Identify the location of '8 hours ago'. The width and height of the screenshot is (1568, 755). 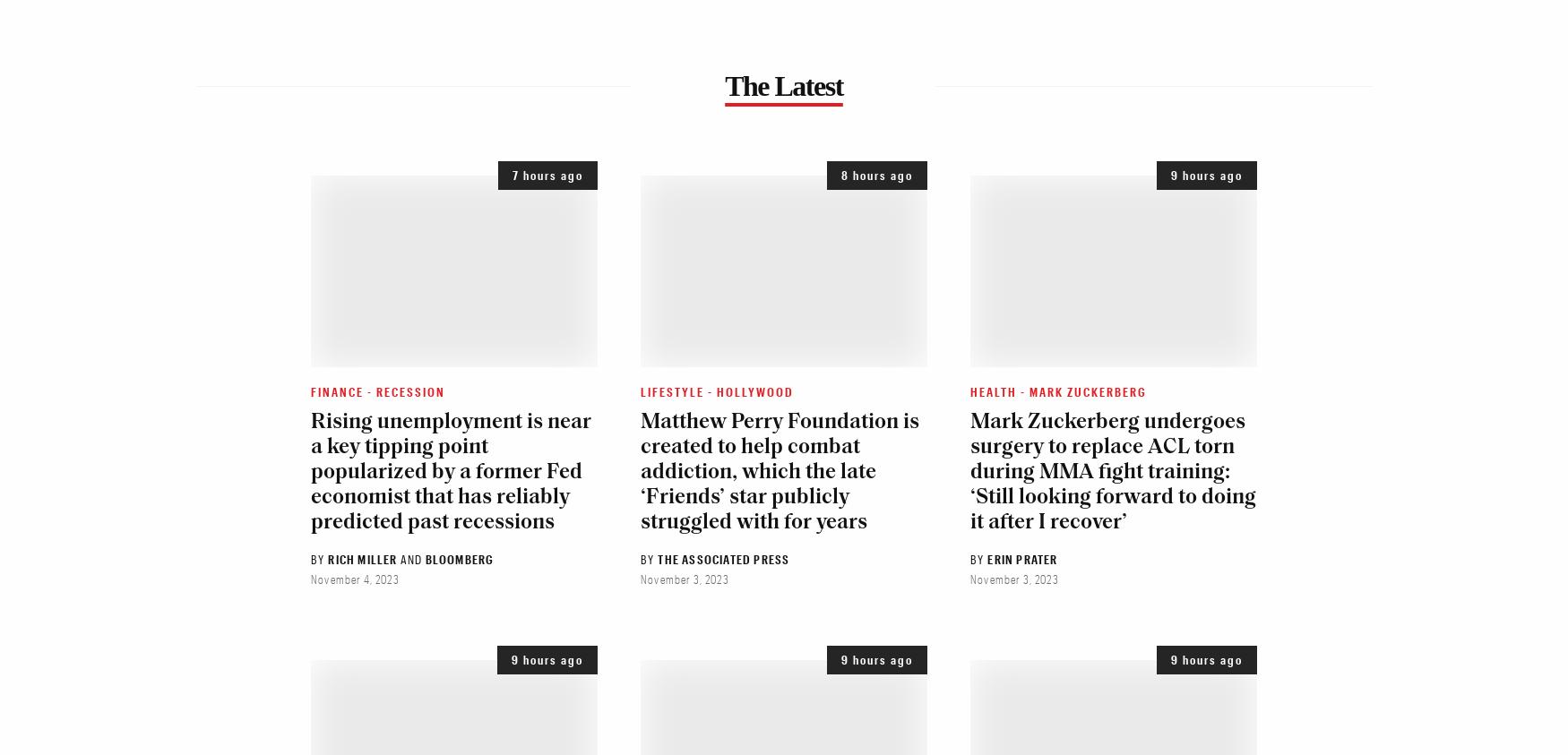
(876, 175).